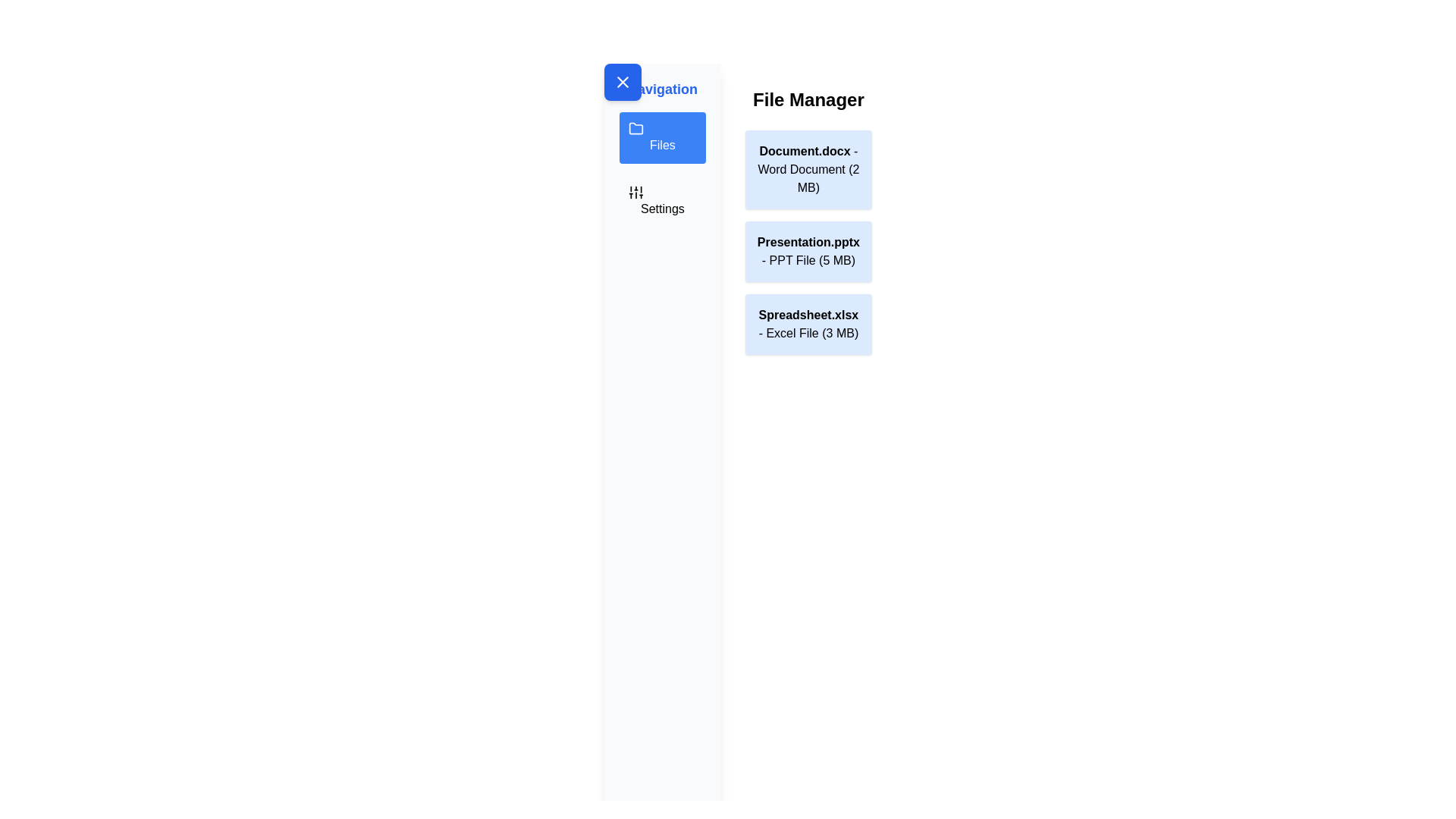 The width and height of the screenshot is (1456, 819). Describe the element at coordinates (662, 201) in the screenshot. I see `the settings Nav Button located directly below the 'Files' button in the left navigation menu` at that location.